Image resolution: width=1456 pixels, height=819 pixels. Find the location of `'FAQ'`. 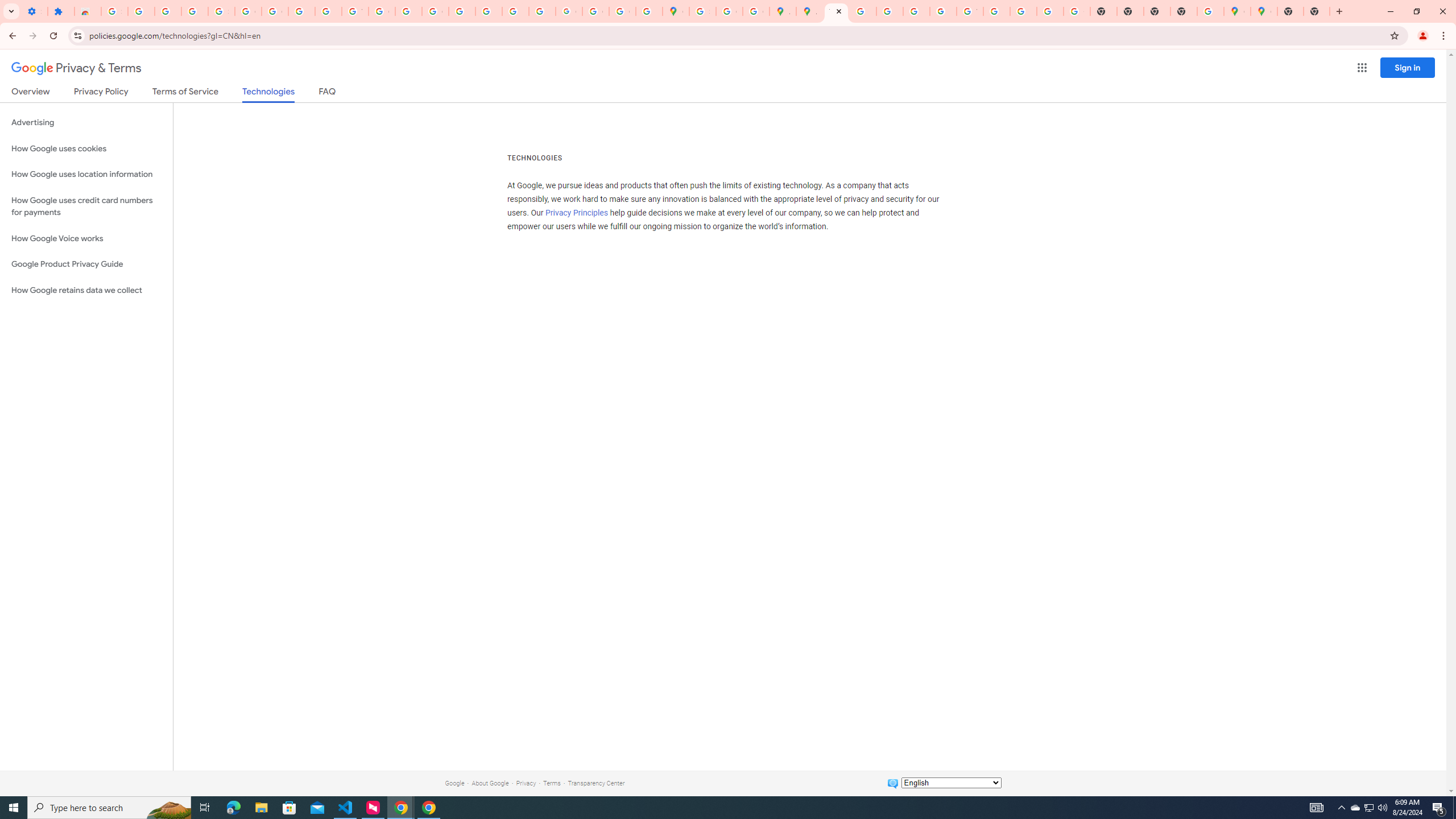

'FAQ' is located at coordinates (327, 93).